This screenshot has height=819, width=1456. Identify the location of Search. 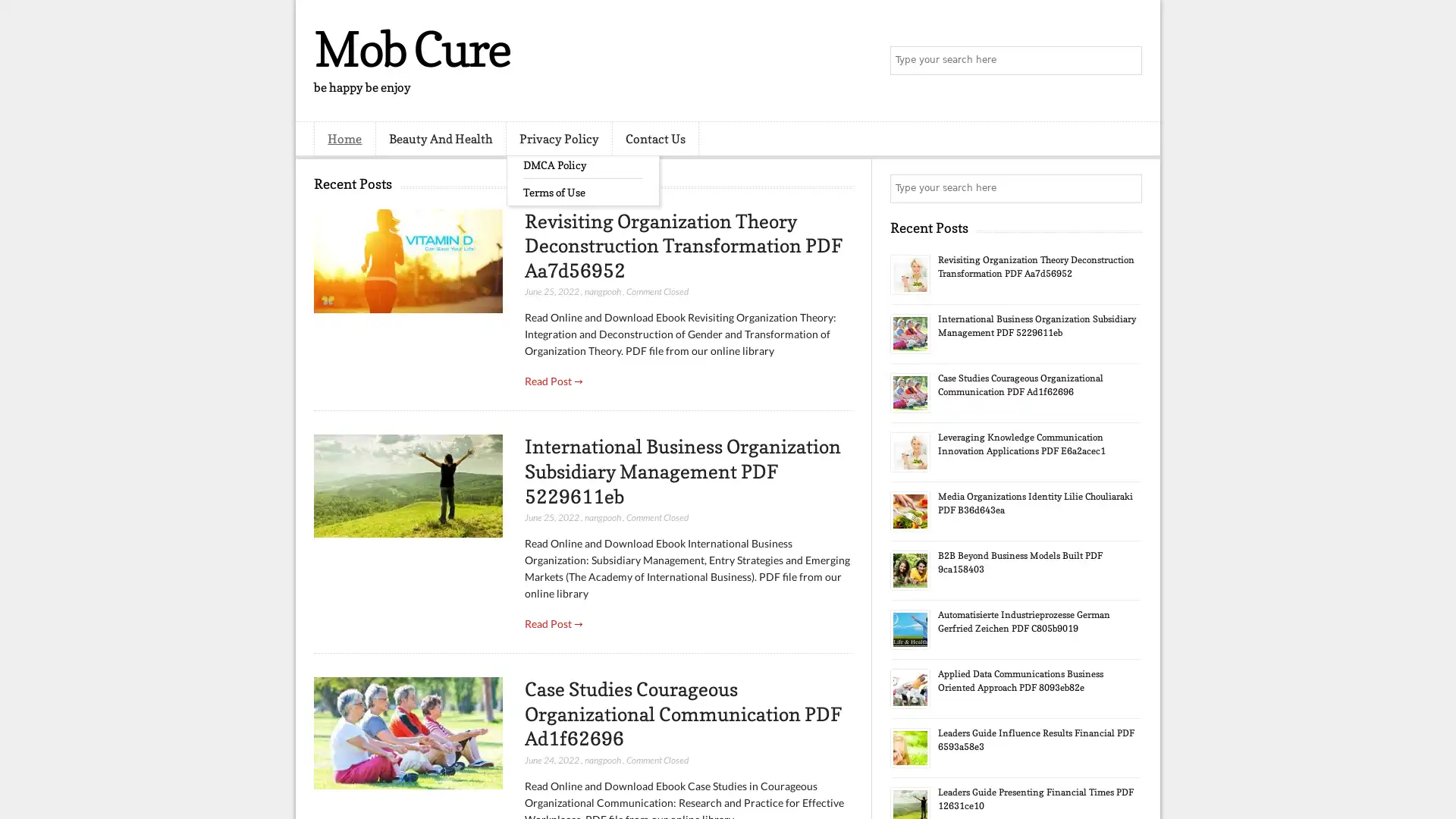
(1126, 188).